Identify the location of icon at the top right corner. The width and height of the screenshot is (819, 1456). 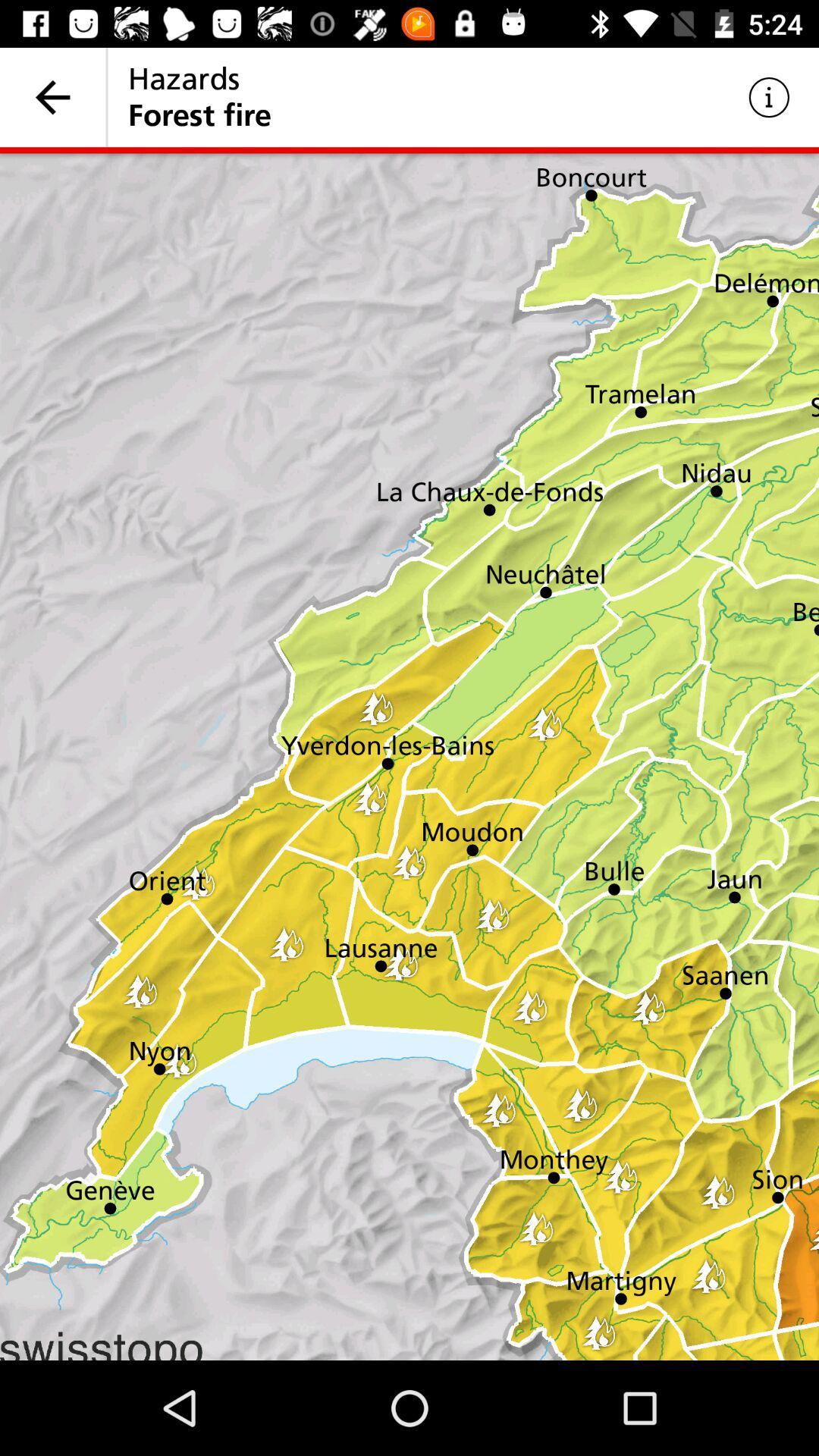
(769, 96).